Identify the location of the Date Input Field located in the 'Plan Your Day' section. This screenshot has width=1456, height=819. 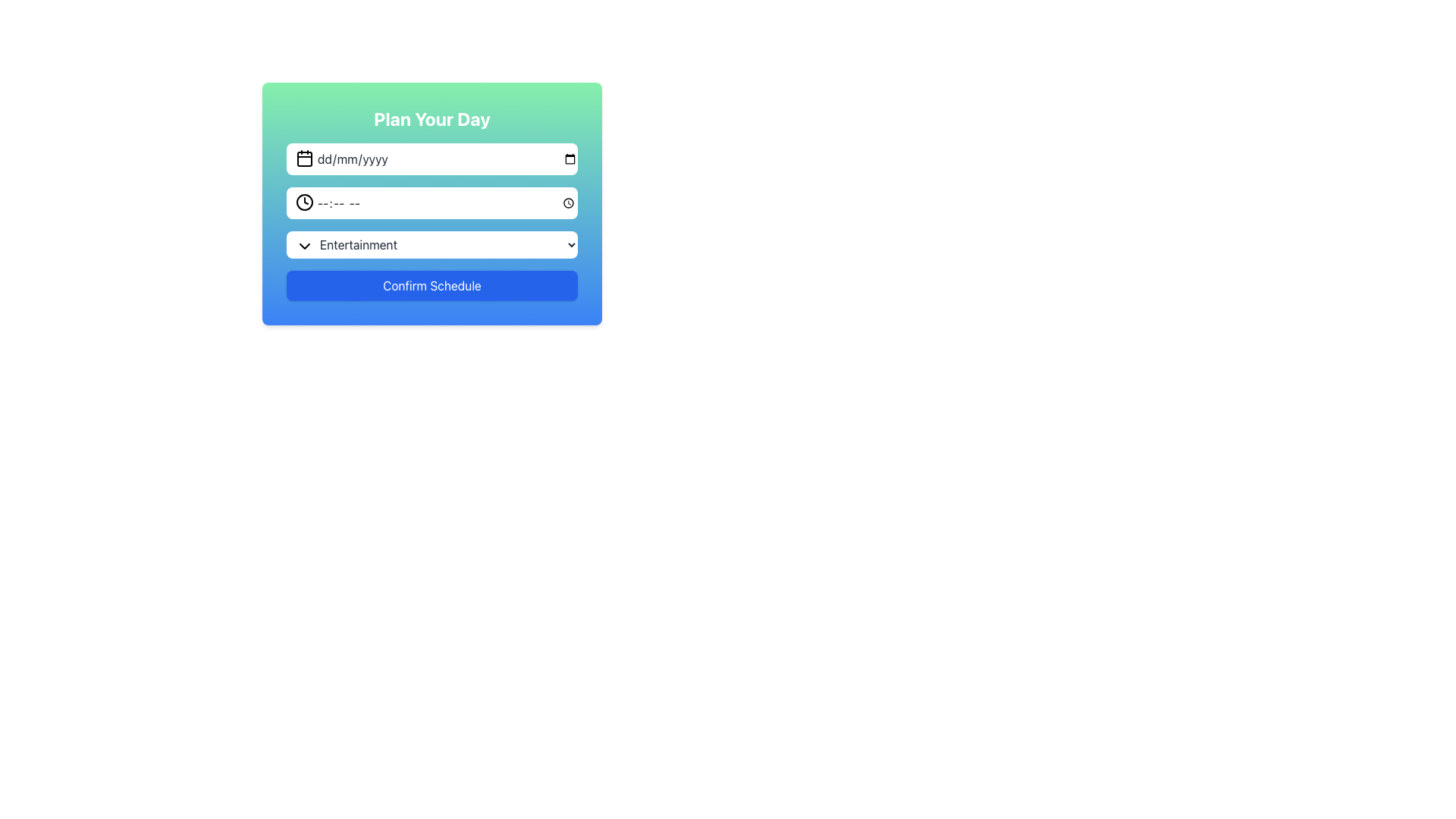
(431, 158).